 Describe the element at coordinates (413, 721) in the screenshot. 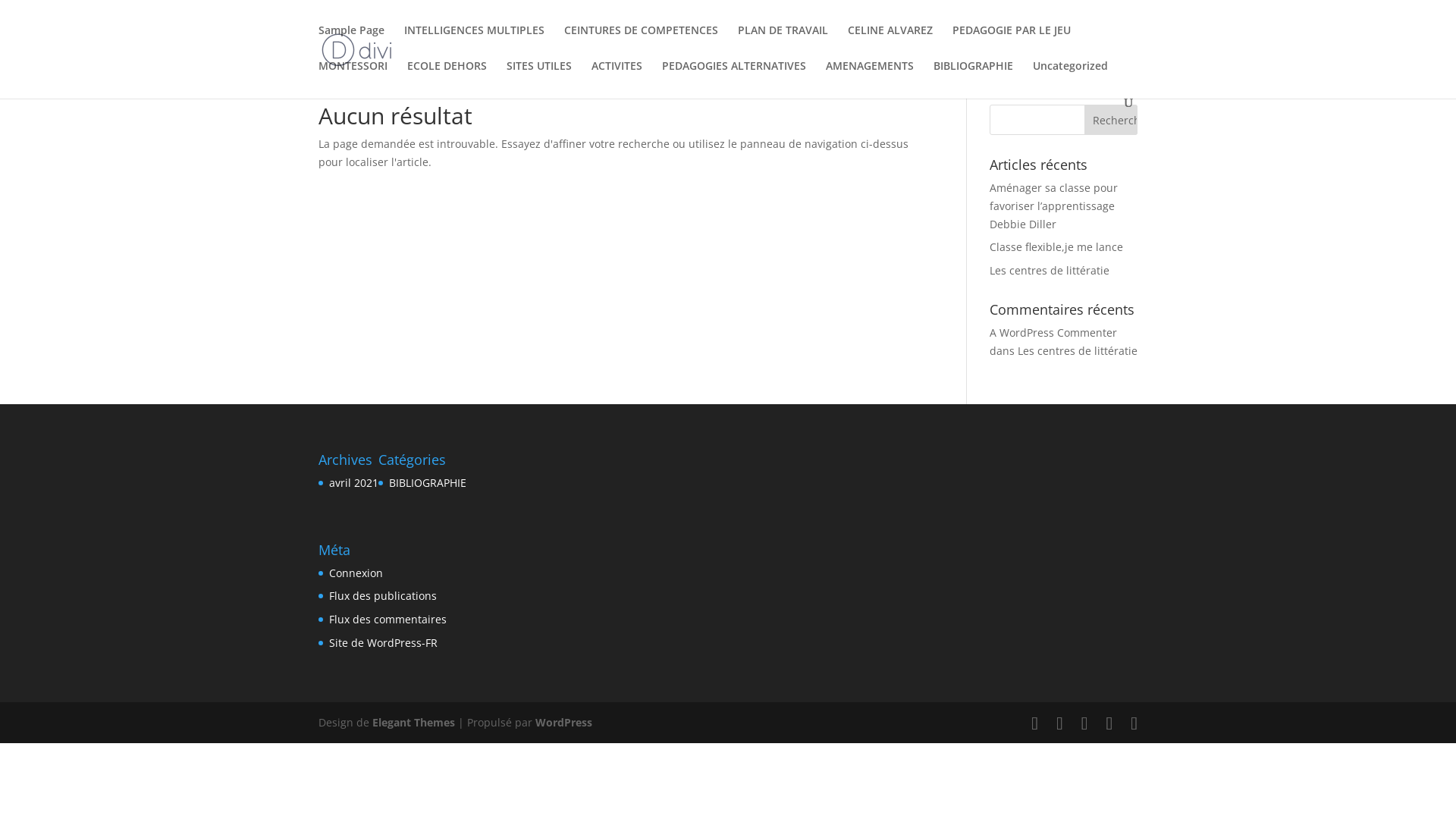

I see `'Elegant Themes'` at that location.